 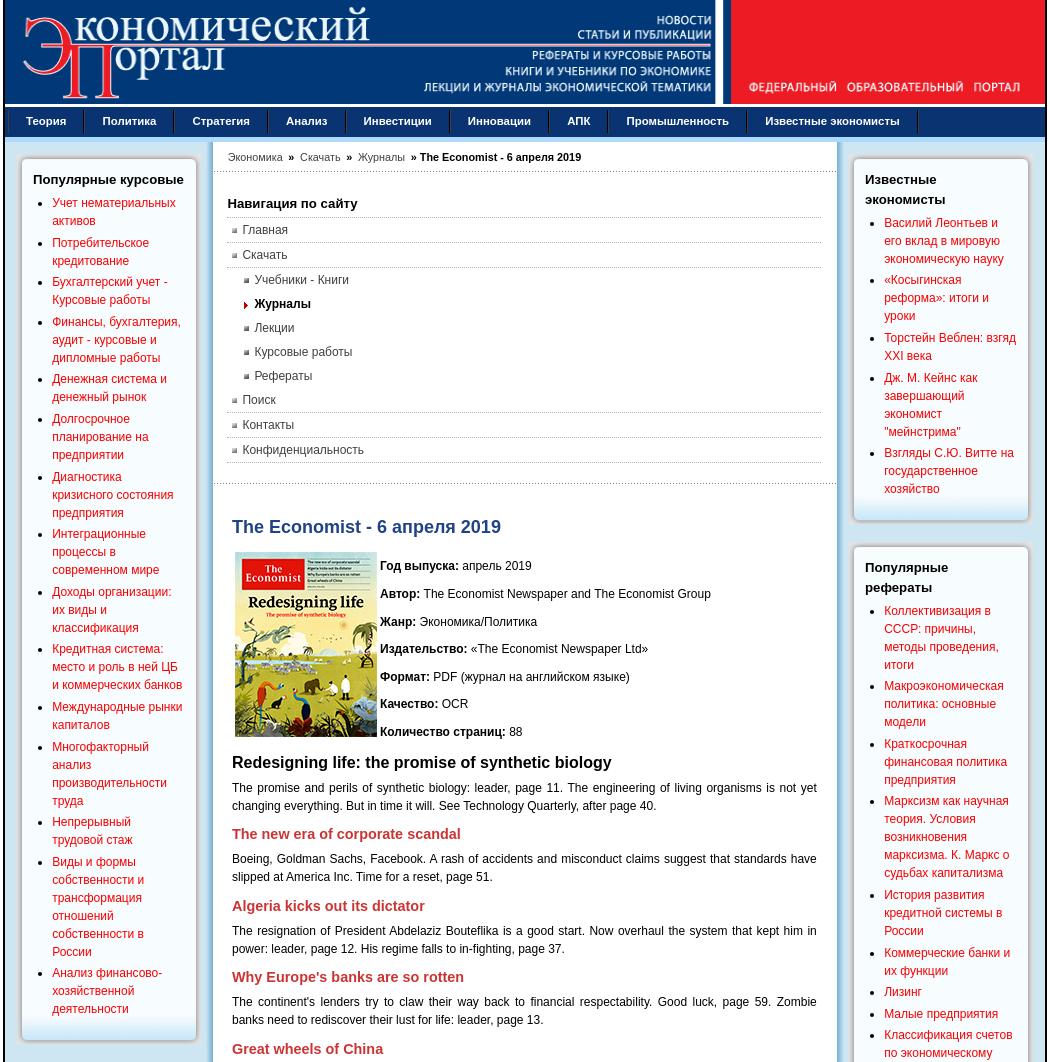 What do you see at coordinates (422, 648) in the screenshot?
I see `'Издательство:'` at bounding box center [422, 648].